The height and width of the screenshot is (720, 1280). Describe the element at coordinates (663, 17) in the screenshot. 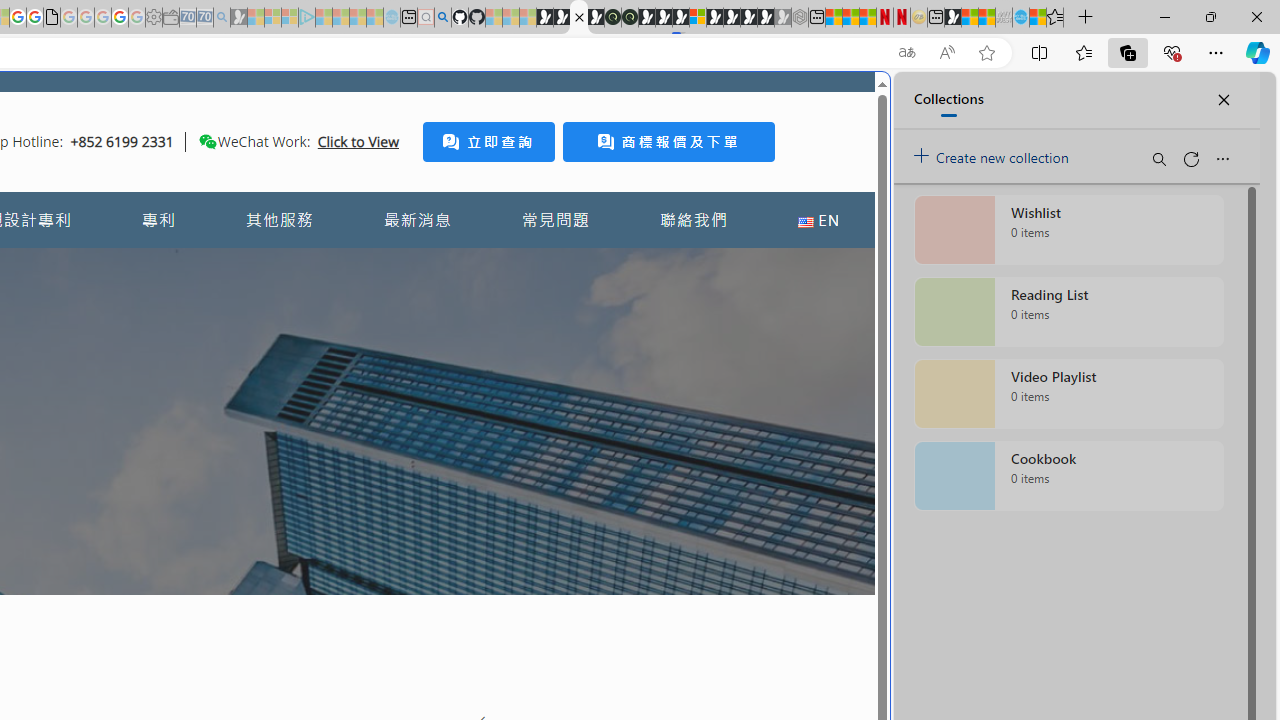

I see `'Play Cave FRVR in your browser | Games from Microsoft Start'` at that location.